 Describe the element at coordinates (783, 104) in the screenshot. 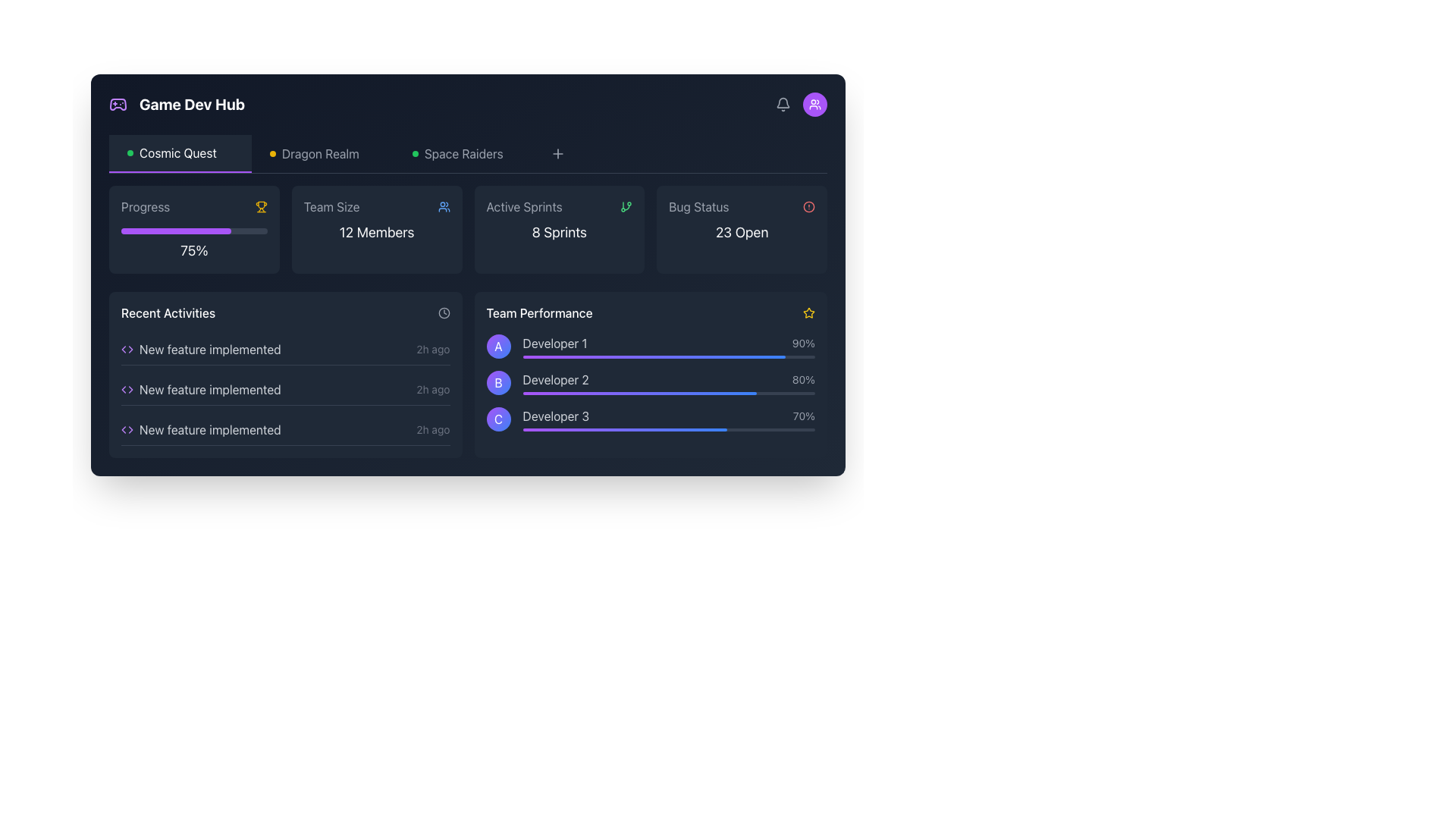

I see `the bell-shaped notification icon located in the top-right corner of the interface to change its appearance from gray to white` at that location.